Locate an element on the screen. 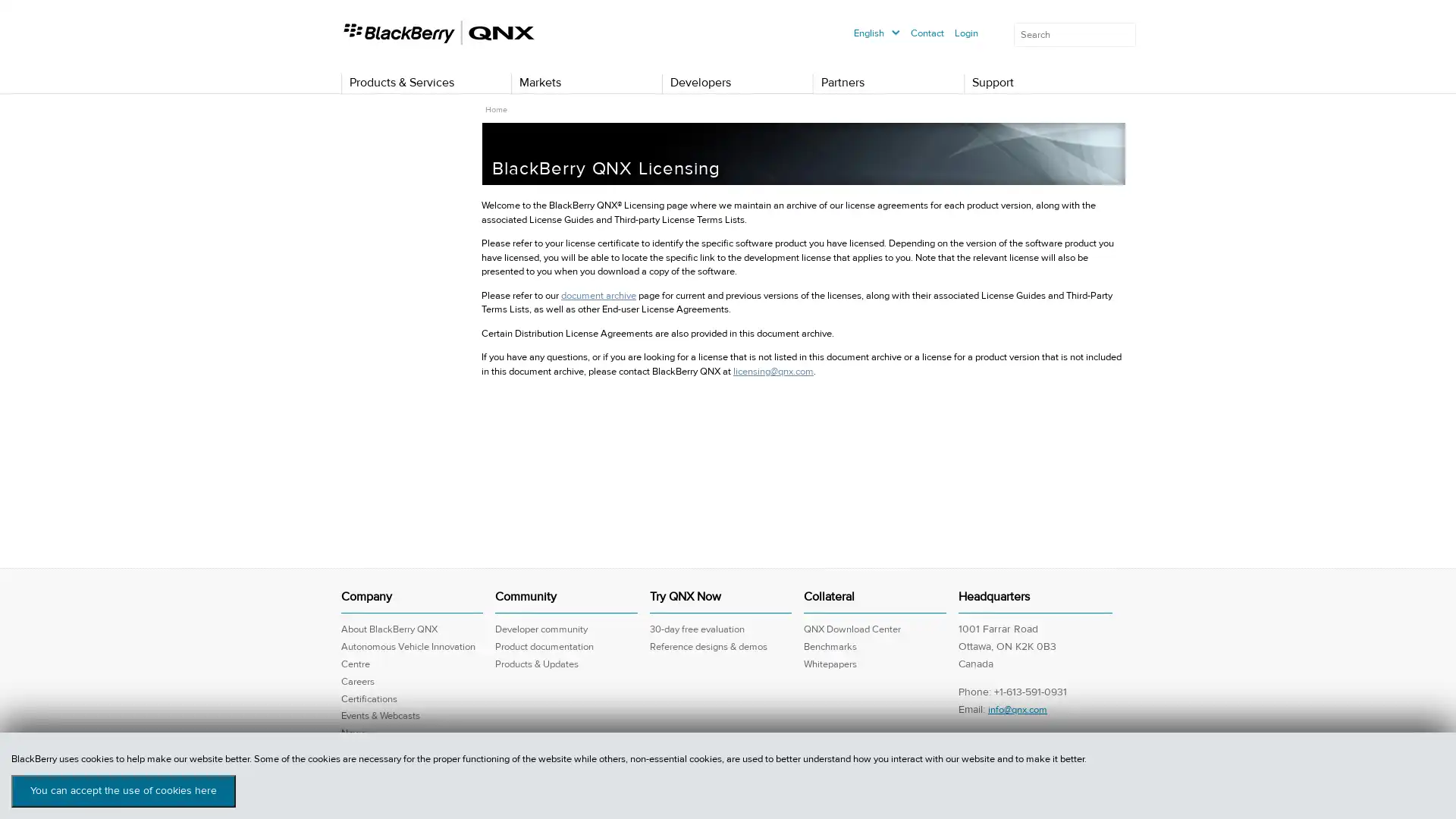 The height and width of the screenshot is (819, 1456). You can accept the use of cookies here is located at coordinates (124, 790).